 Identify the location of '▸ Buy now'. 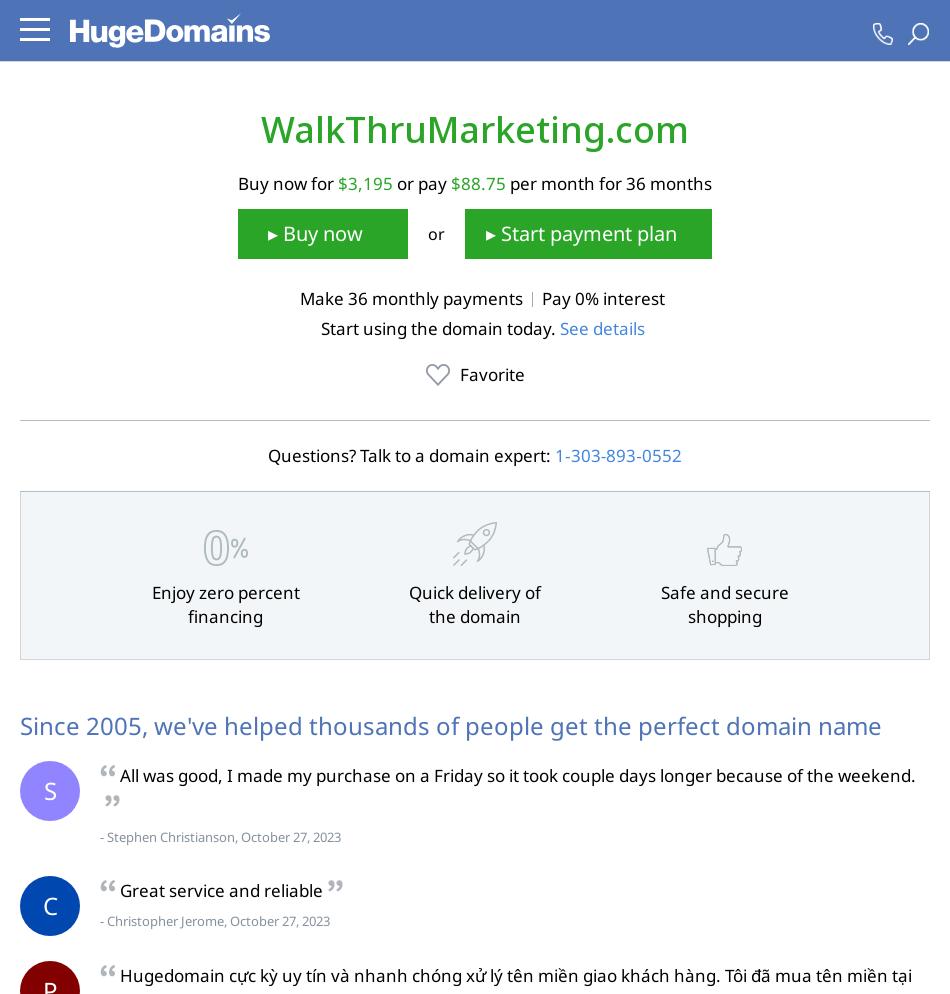
(314, 232).